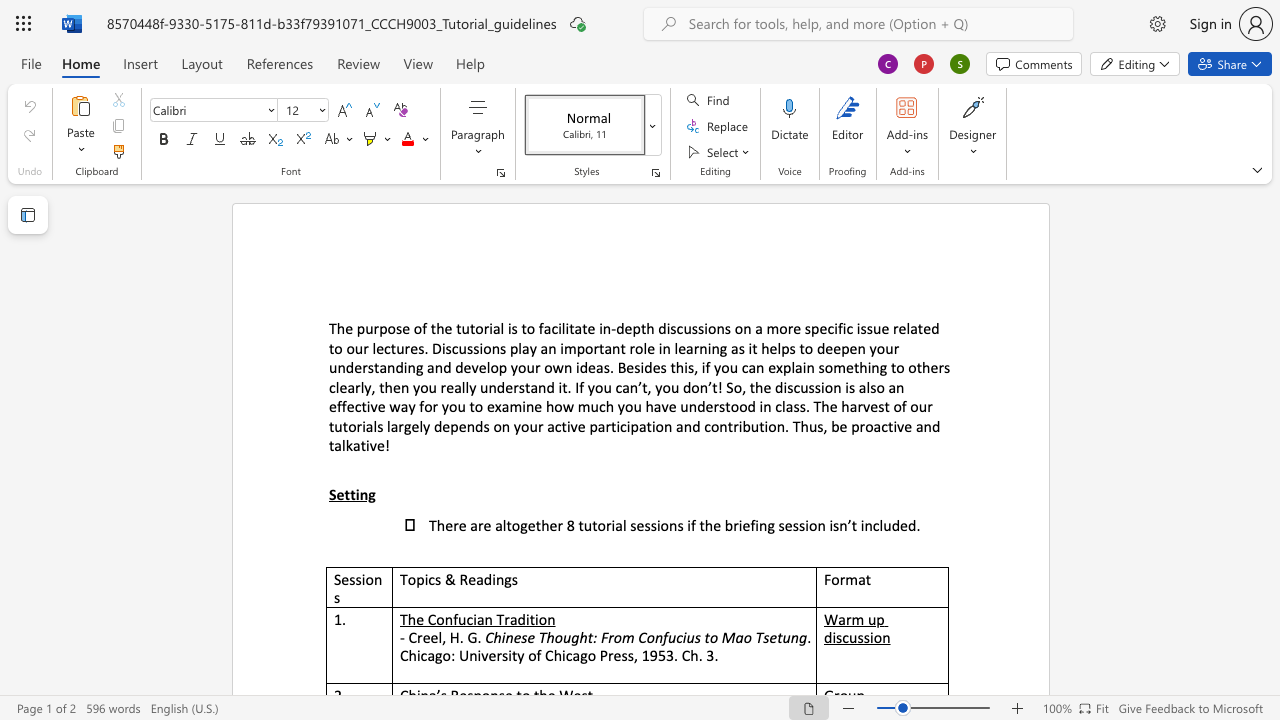 The width and height of the screenshot is (1280, 720). I want to click on the space between the continuous character "i" and "c" in the text, so click(428, 579).